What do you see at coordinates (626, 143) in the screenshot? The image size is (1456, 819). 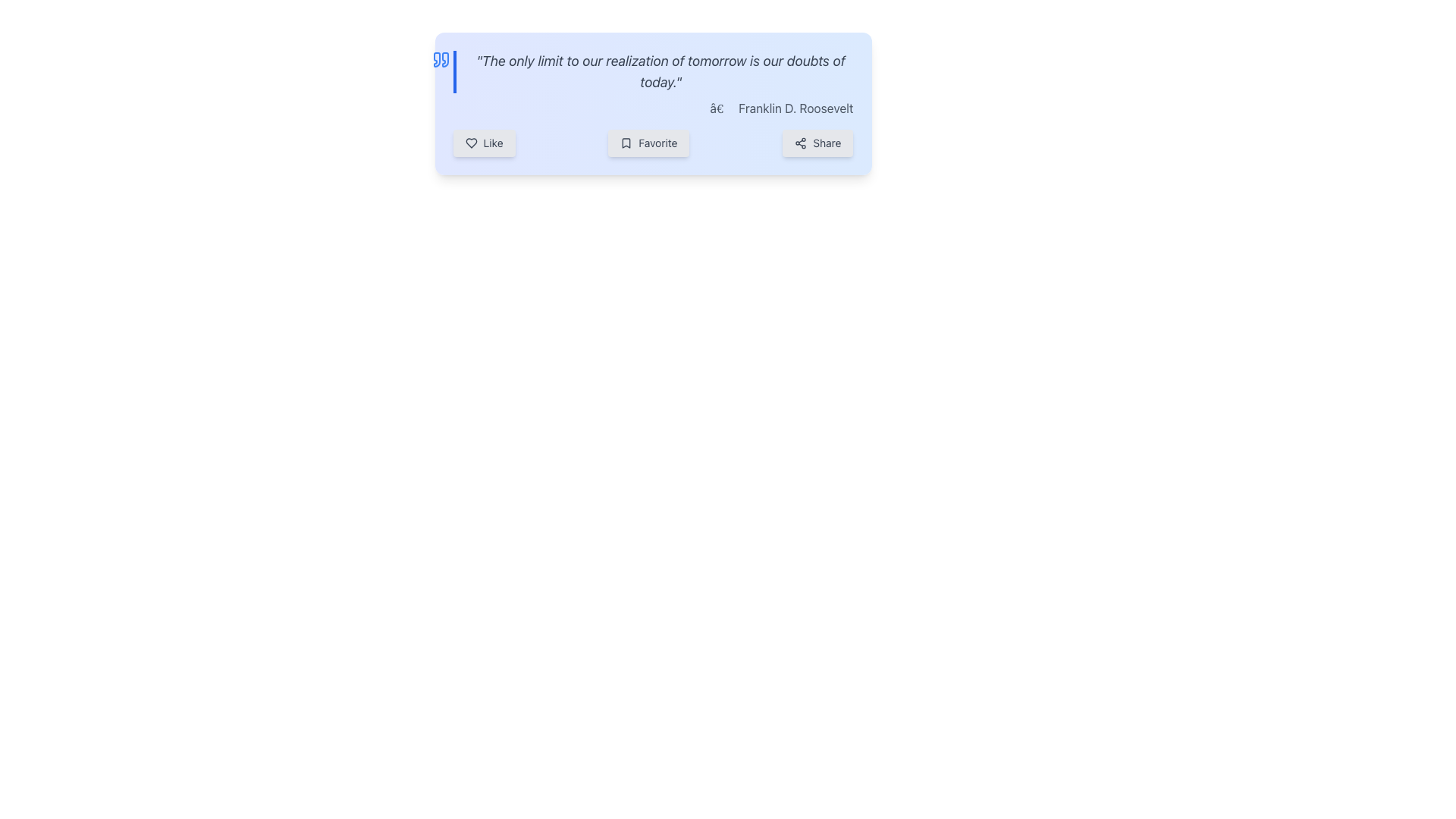 I see `the bookmark icon located to the left of the 'Favorite' label button` at bounding box center [626, 143].